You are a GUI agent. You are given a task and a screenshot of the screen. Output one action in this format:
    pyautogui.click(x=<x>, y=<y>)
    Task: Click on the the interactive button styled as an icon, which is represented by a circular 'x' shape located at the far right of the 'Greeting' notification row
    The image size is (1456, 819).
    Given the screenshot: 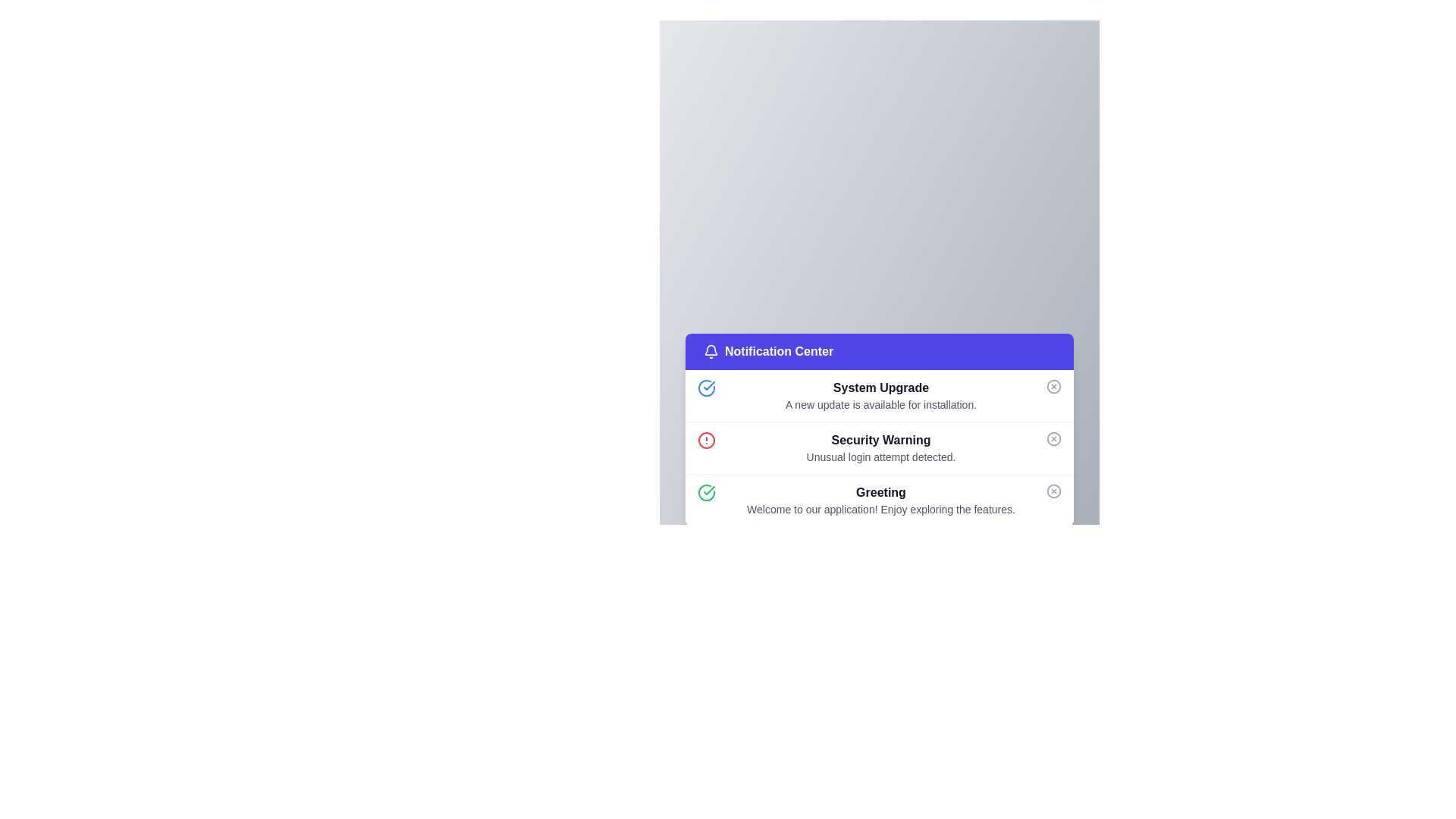 What is the action you would take?
    pyautogui.click(x=1053, y=491)
    